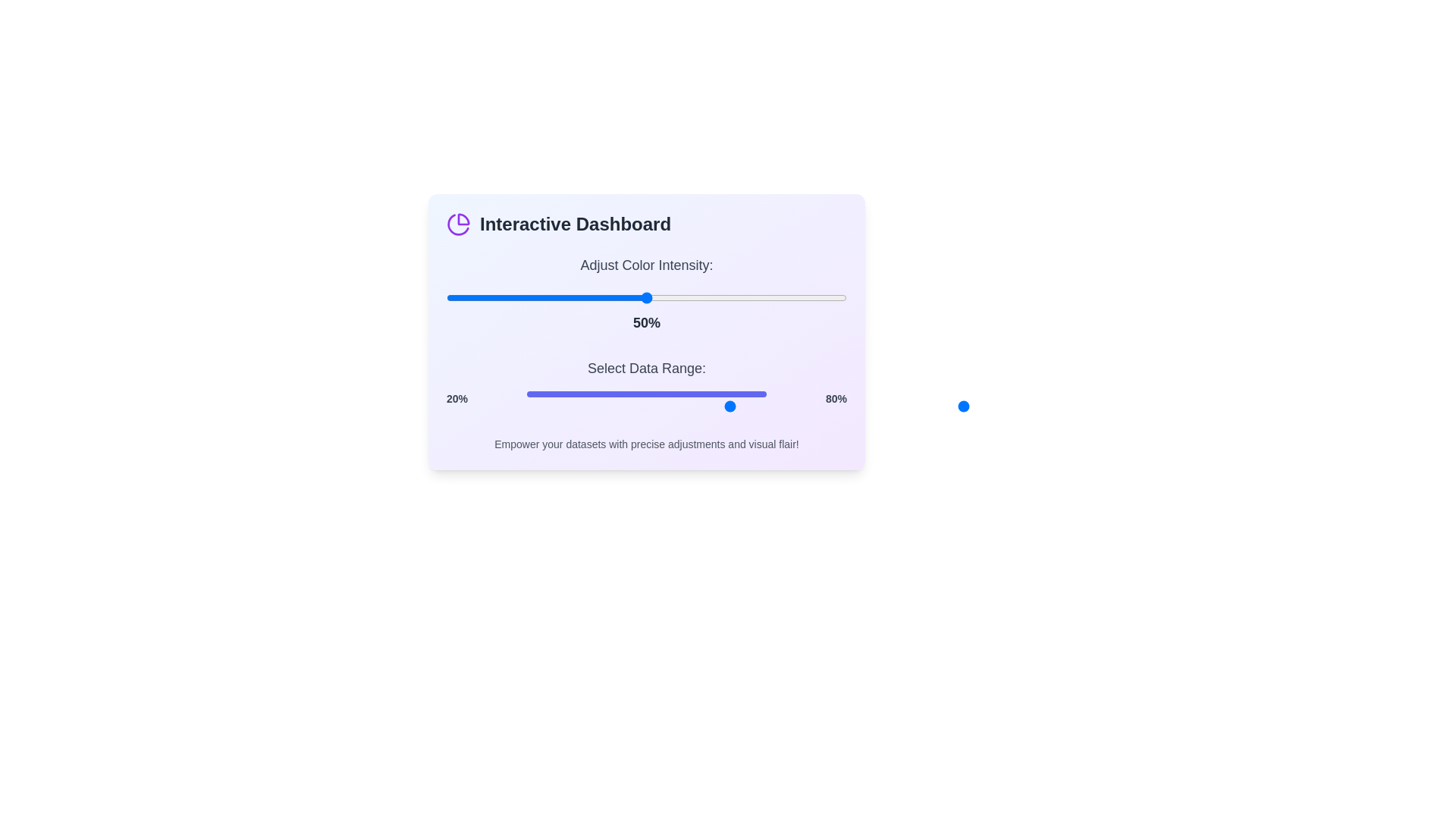 The image size is (1456, 819). I want to click on descriptive text and feedback information from the Interactive Dashboard Card positioned at the center of the layout, so click(647, 331).